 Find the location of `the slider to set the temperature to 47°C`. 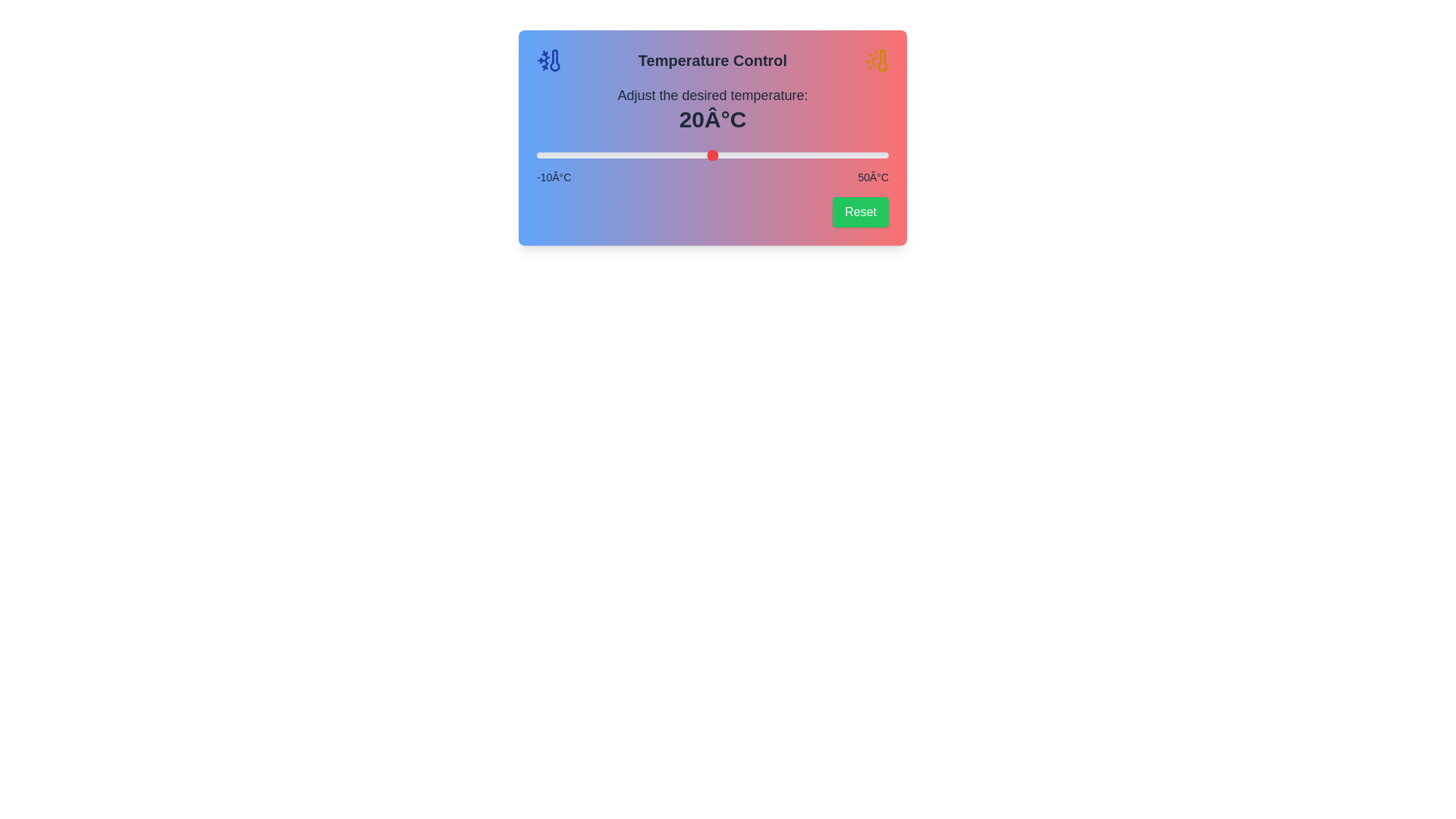

the slider to set the temperature to 47°C is located at coordinates (871, 155).